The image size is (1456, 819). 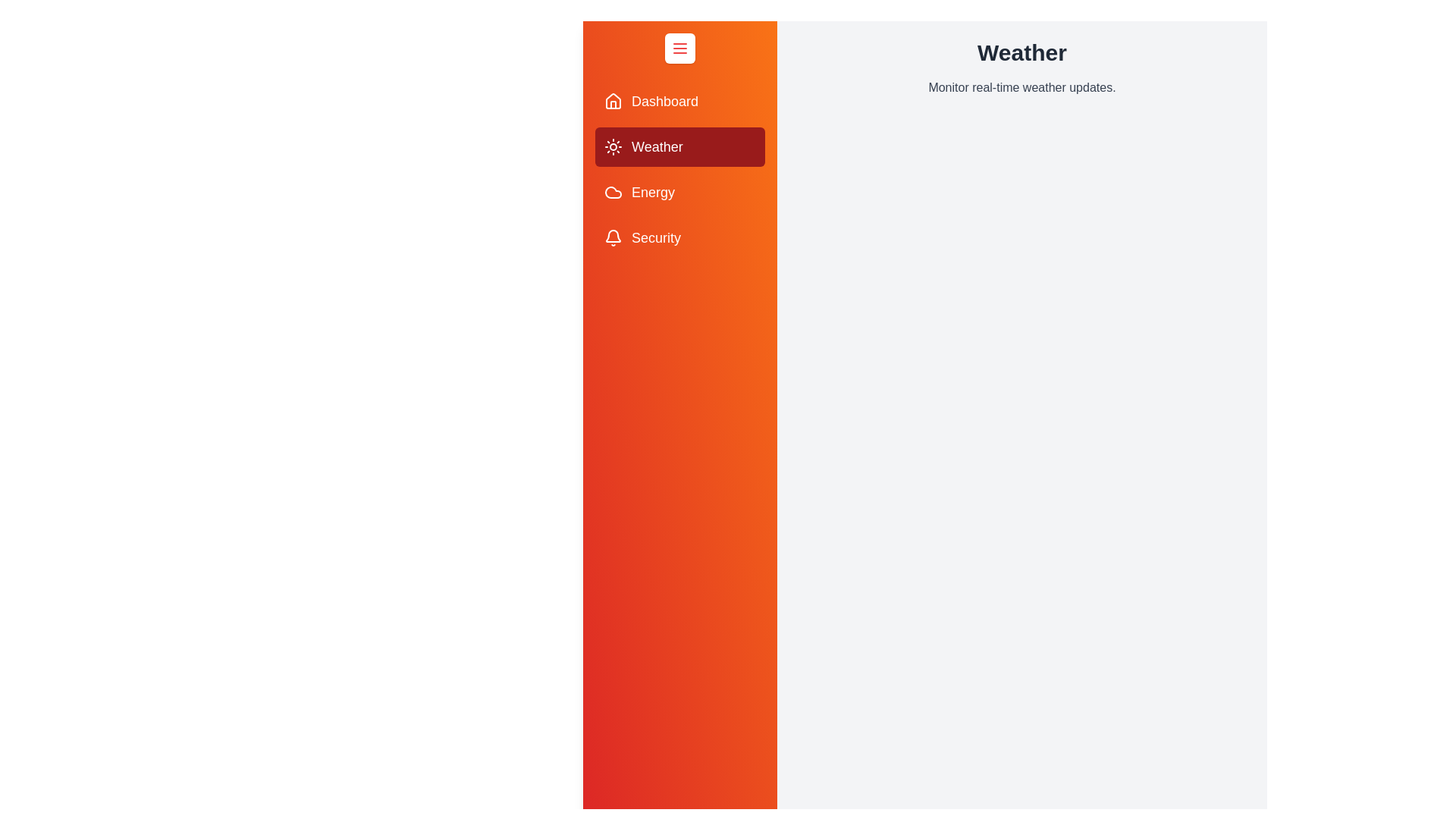 What do you see at coordinates (679, 102) in the screenshot?
I see `the Dashboard section from the drawer menu` at bounding box center [679, 102].